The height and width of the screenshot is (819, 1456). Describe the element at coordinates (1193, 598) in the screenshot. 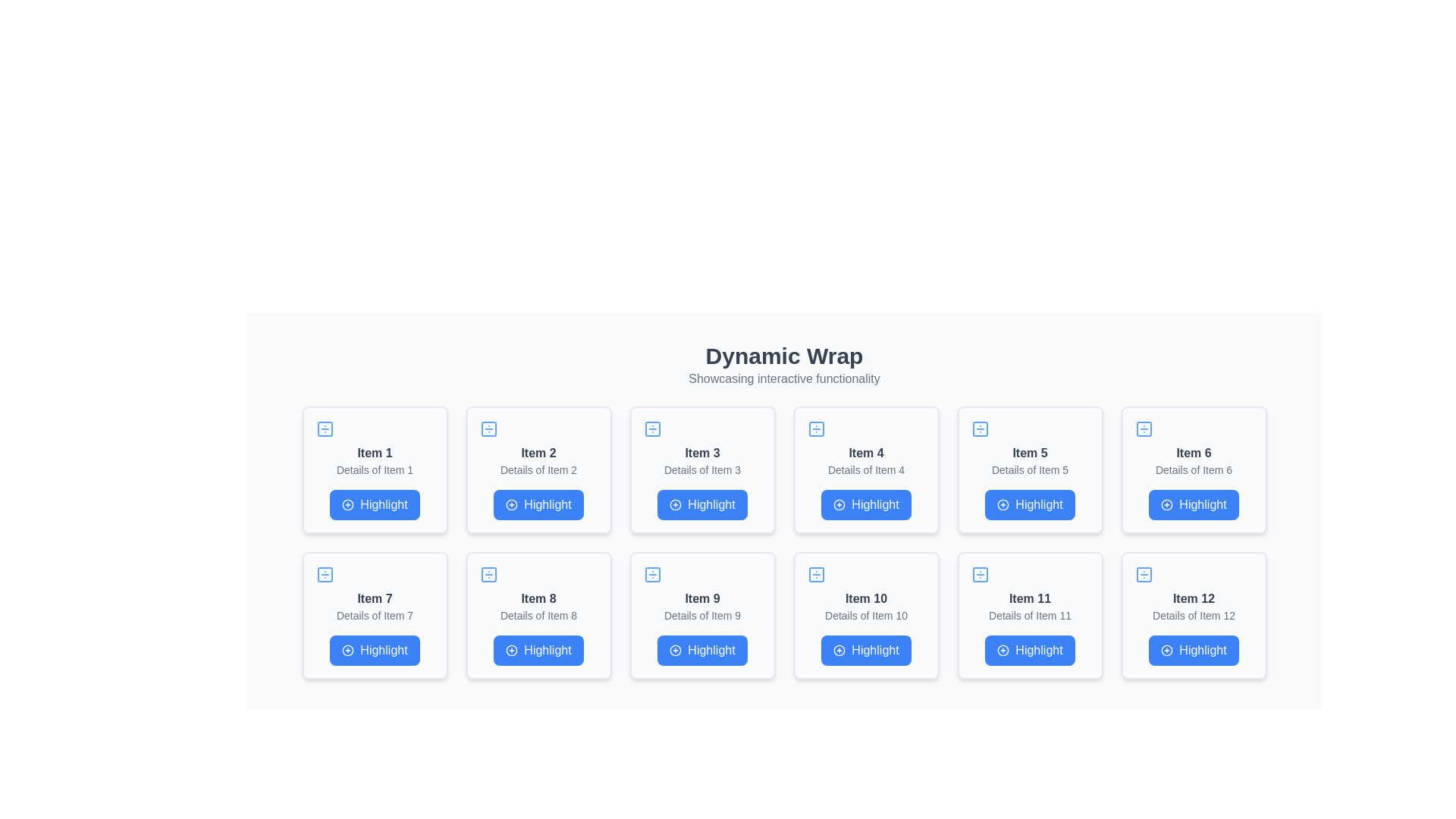

I see `the text label displaying 'Item 12' which is bold, dark gray, and located in the last card of a three-row grid layout on the right side` at that location.